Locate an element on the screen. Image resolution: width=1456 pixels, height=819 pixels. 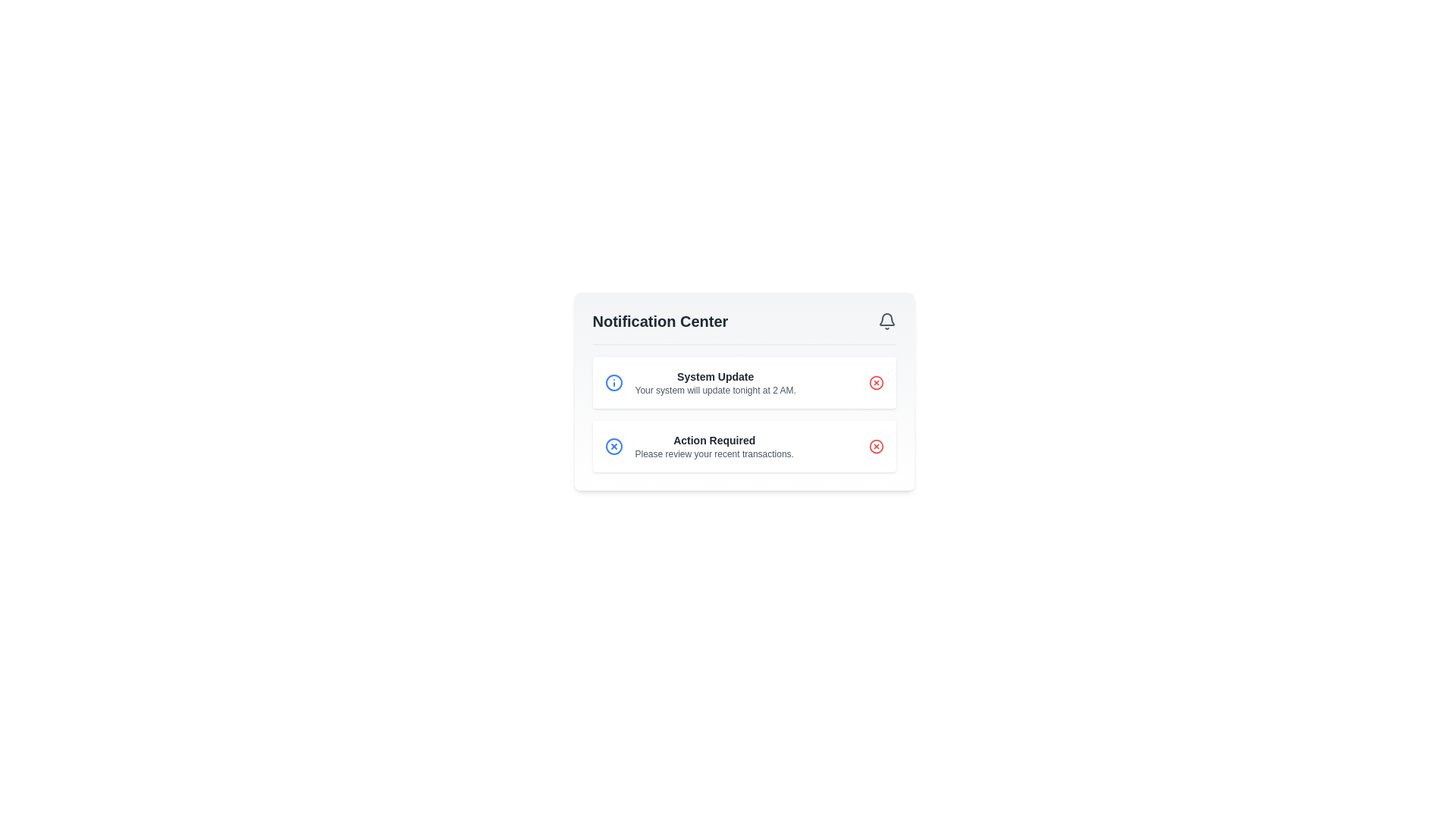
the notification bell icon, which is a minimalist line-art representation is located at coordinates (886, 318).